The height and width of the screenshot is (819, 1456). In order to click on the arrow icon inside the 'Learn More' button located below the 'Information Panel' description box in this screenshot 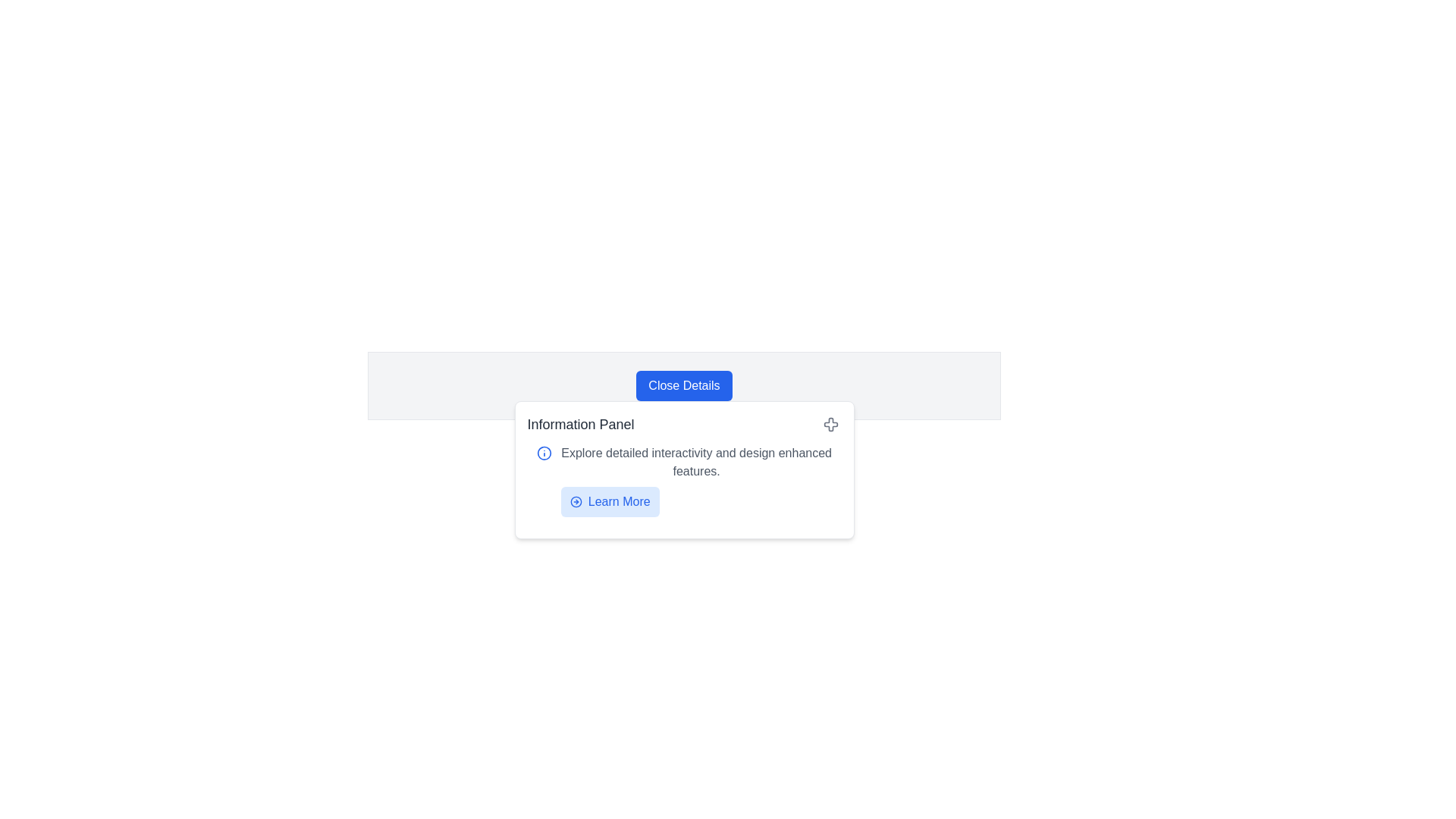, I will do `click(575, 502)`.